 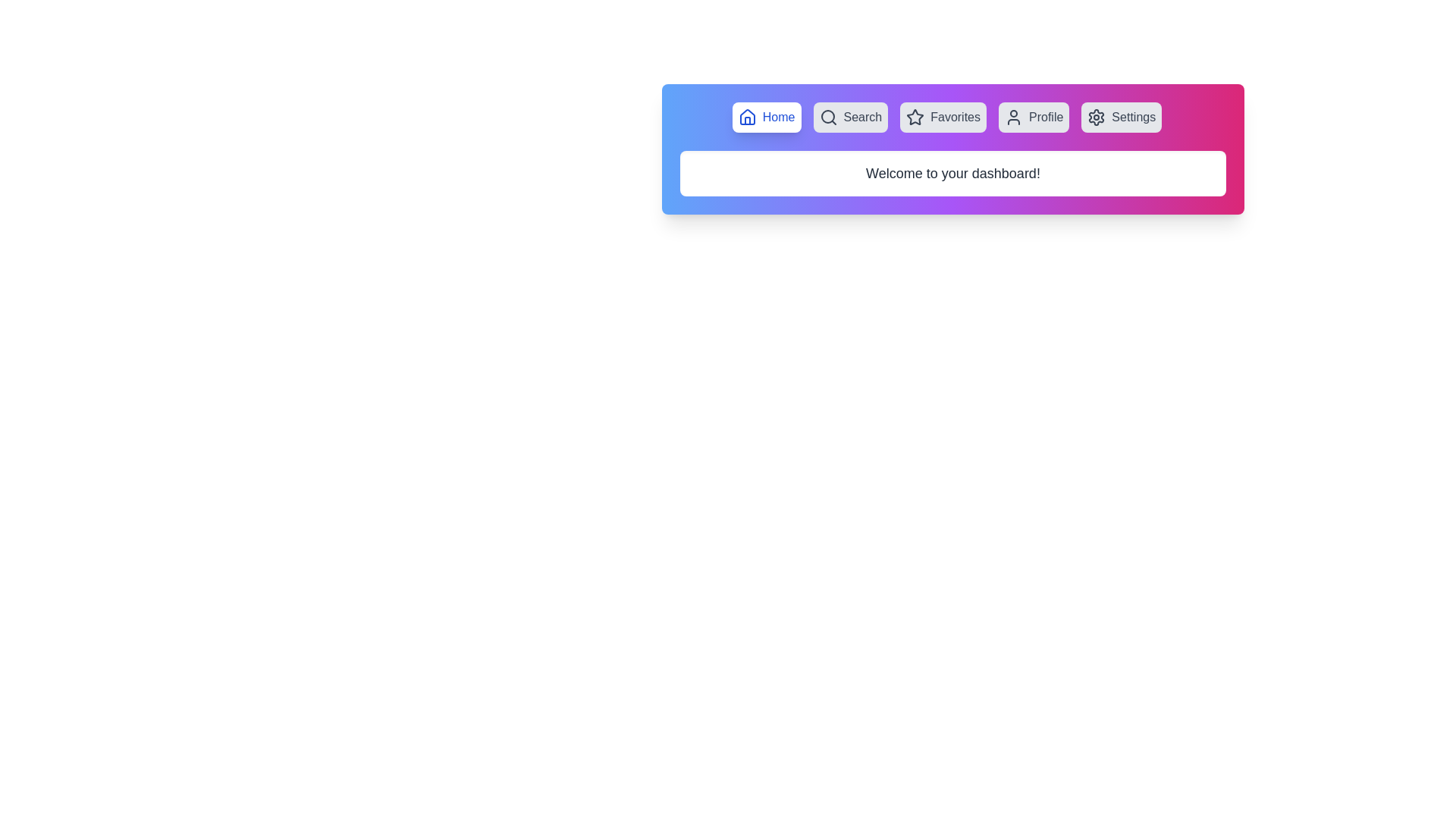 I want to click on the 'Favorites' icon within the button located in the horizontal navigation bar, so click(x=914, y=116).